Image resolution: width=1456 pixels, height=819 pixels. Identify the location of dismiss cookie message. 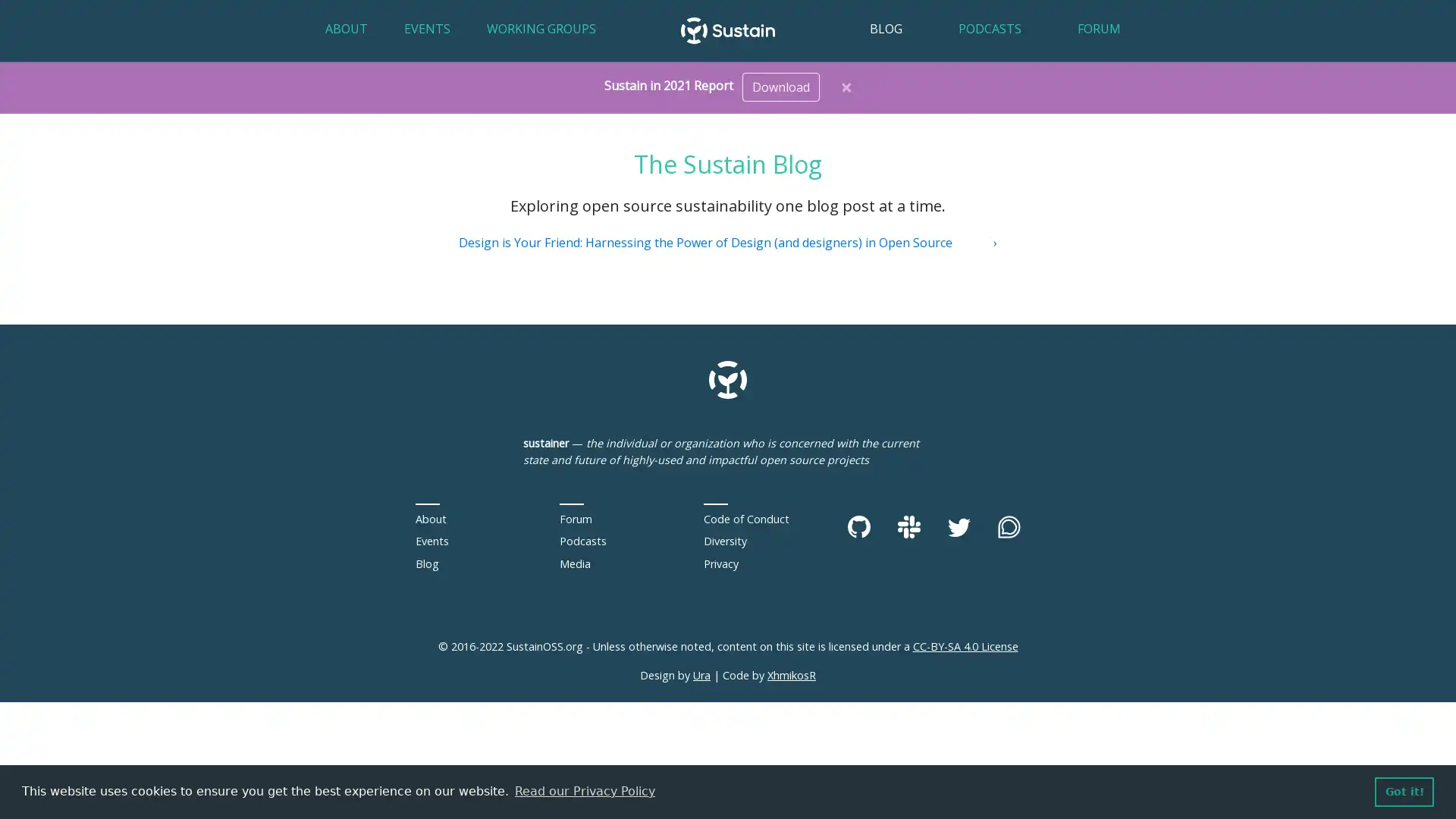
(1404, 791).